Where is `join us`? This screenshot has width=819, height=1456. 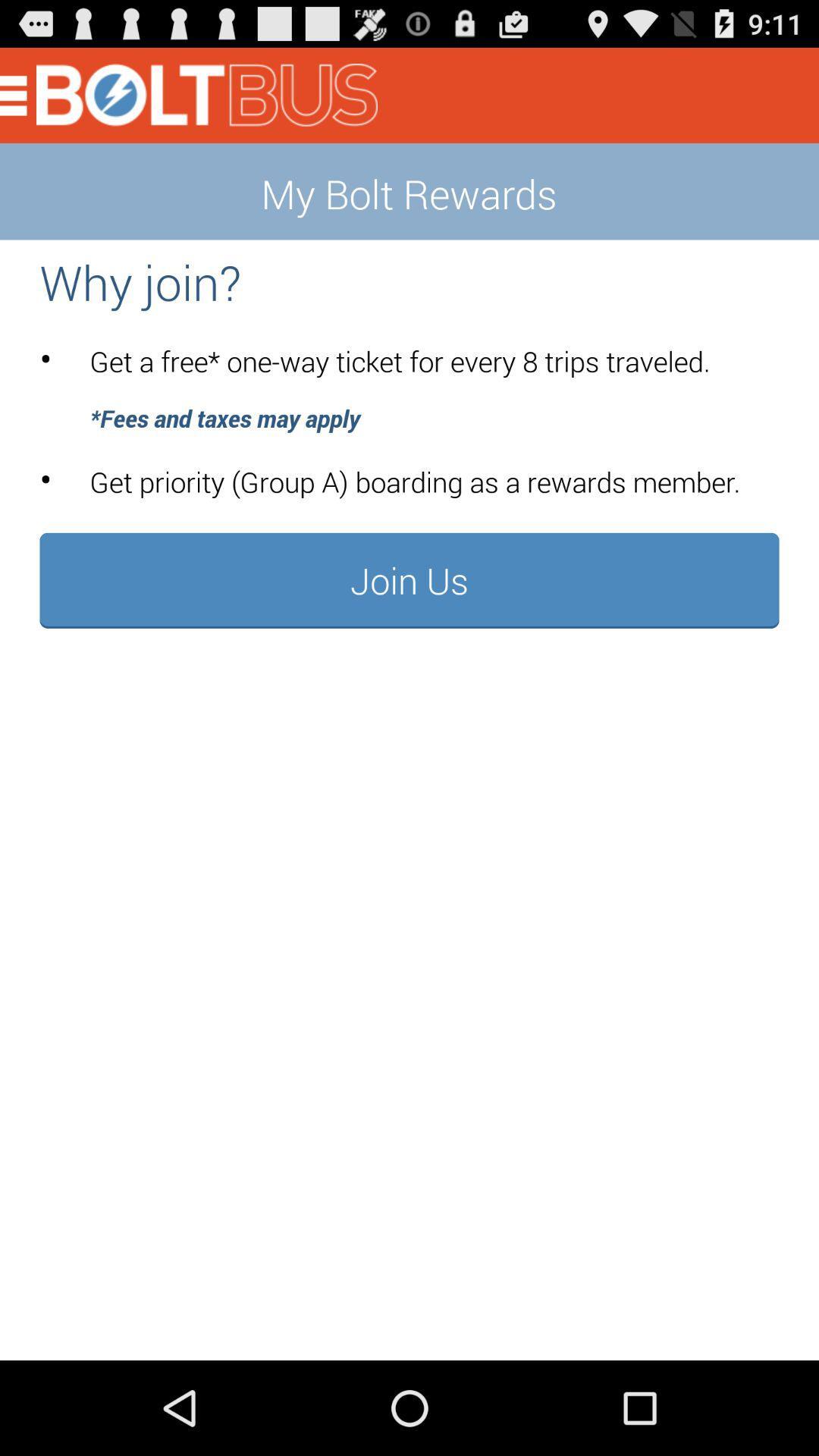
join us is located at coordinates (409, 579).